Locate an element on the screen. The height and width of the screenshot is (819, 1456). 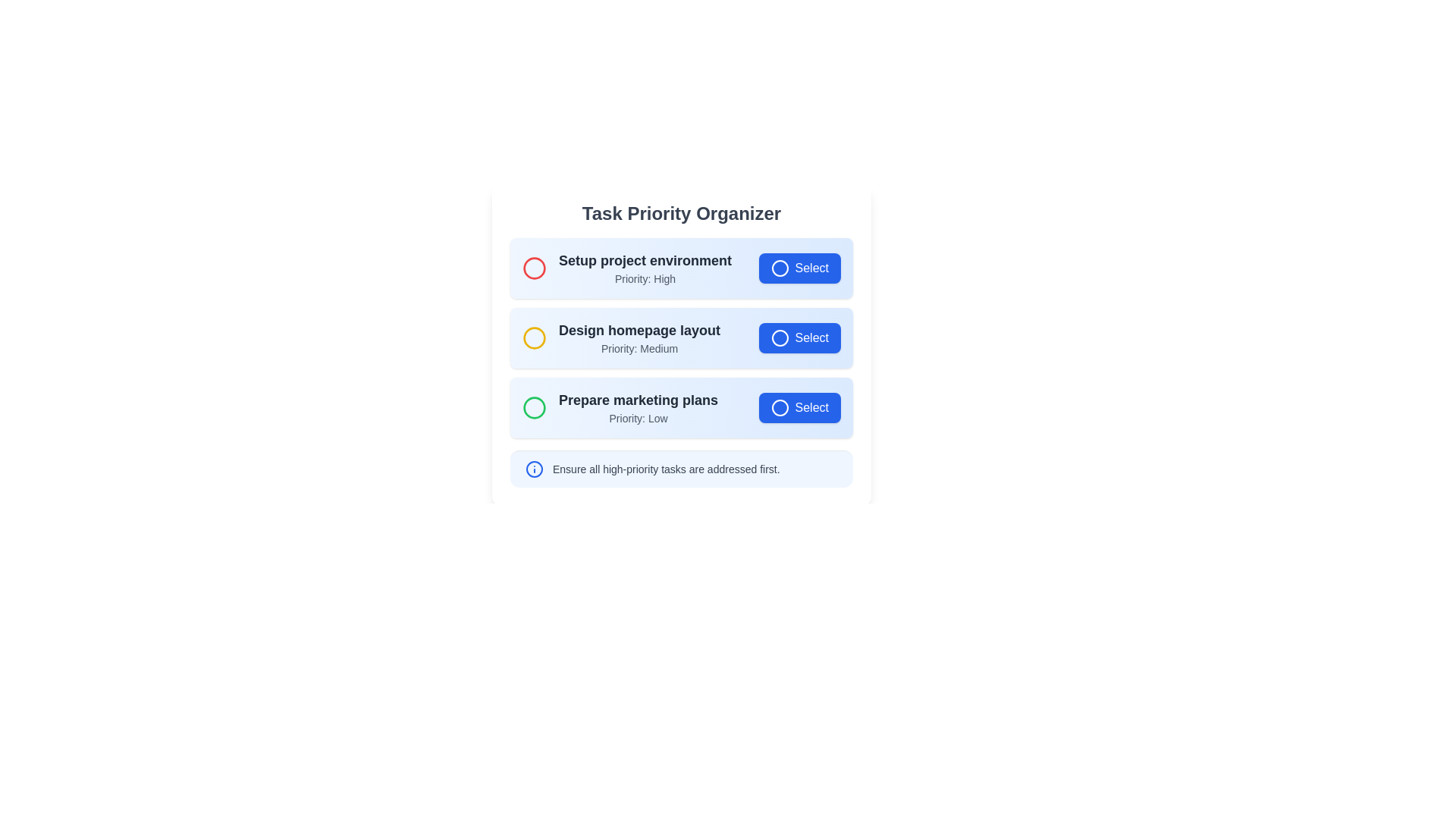
the blue 'Select' button with rounded corners and a circular icon, positioned to the right of 'Setup project environment' and 'Priority: High' is located at coordinates (799, 268).